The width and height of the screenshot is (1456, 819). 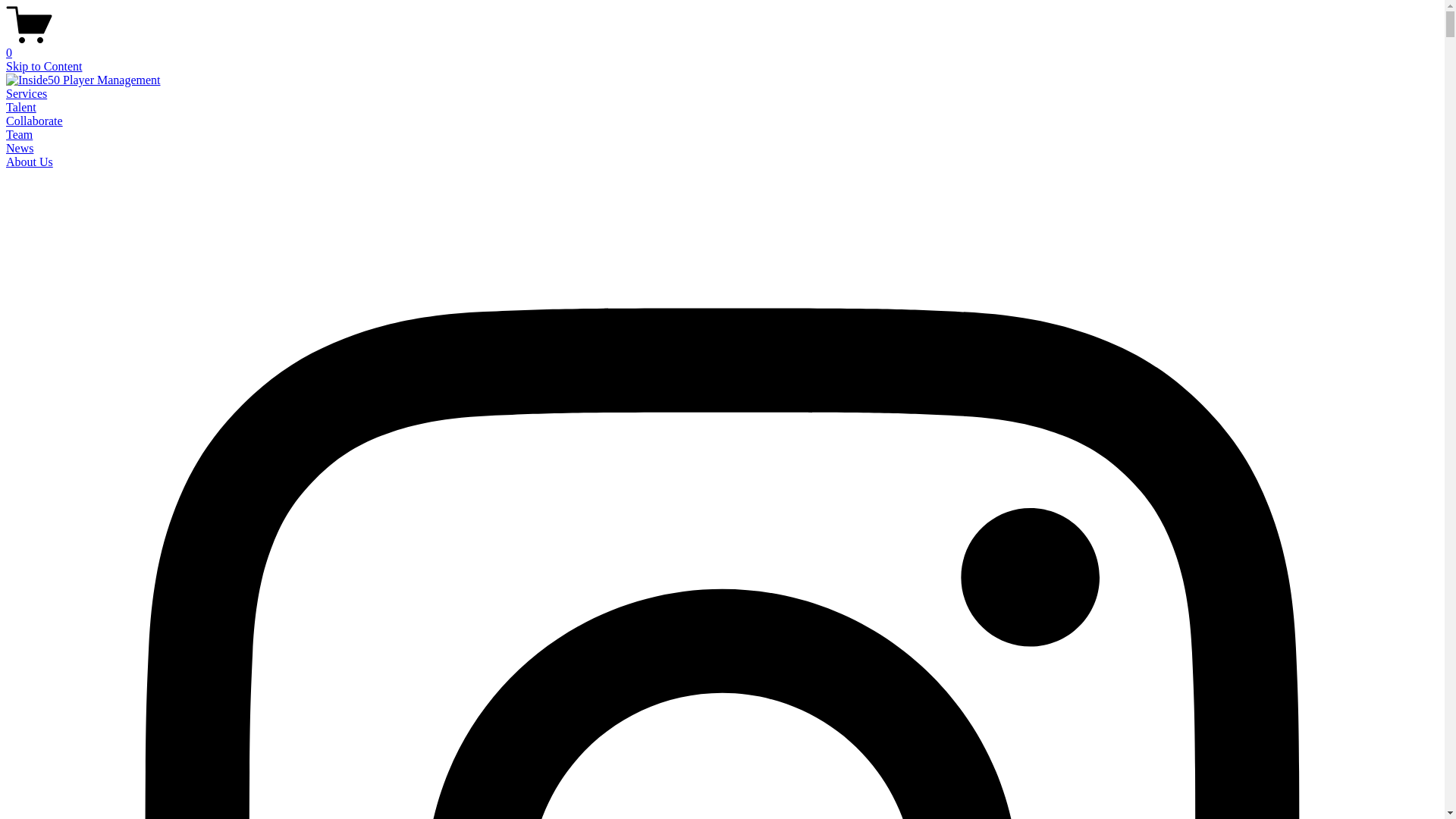 I want to click on 'Skip to Content', so click(x=43, y=65).